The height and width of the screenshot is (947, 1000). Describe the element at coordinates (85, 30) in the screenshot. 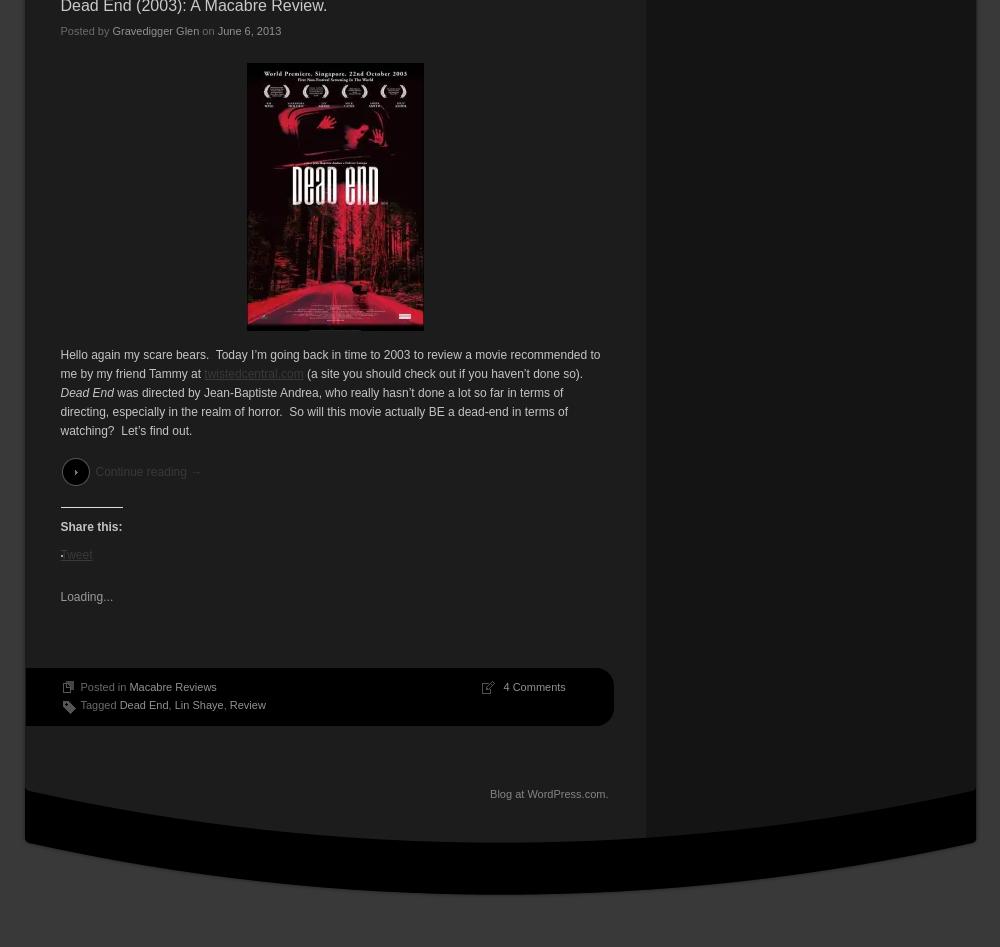

I see `'Posted by'` at that location.